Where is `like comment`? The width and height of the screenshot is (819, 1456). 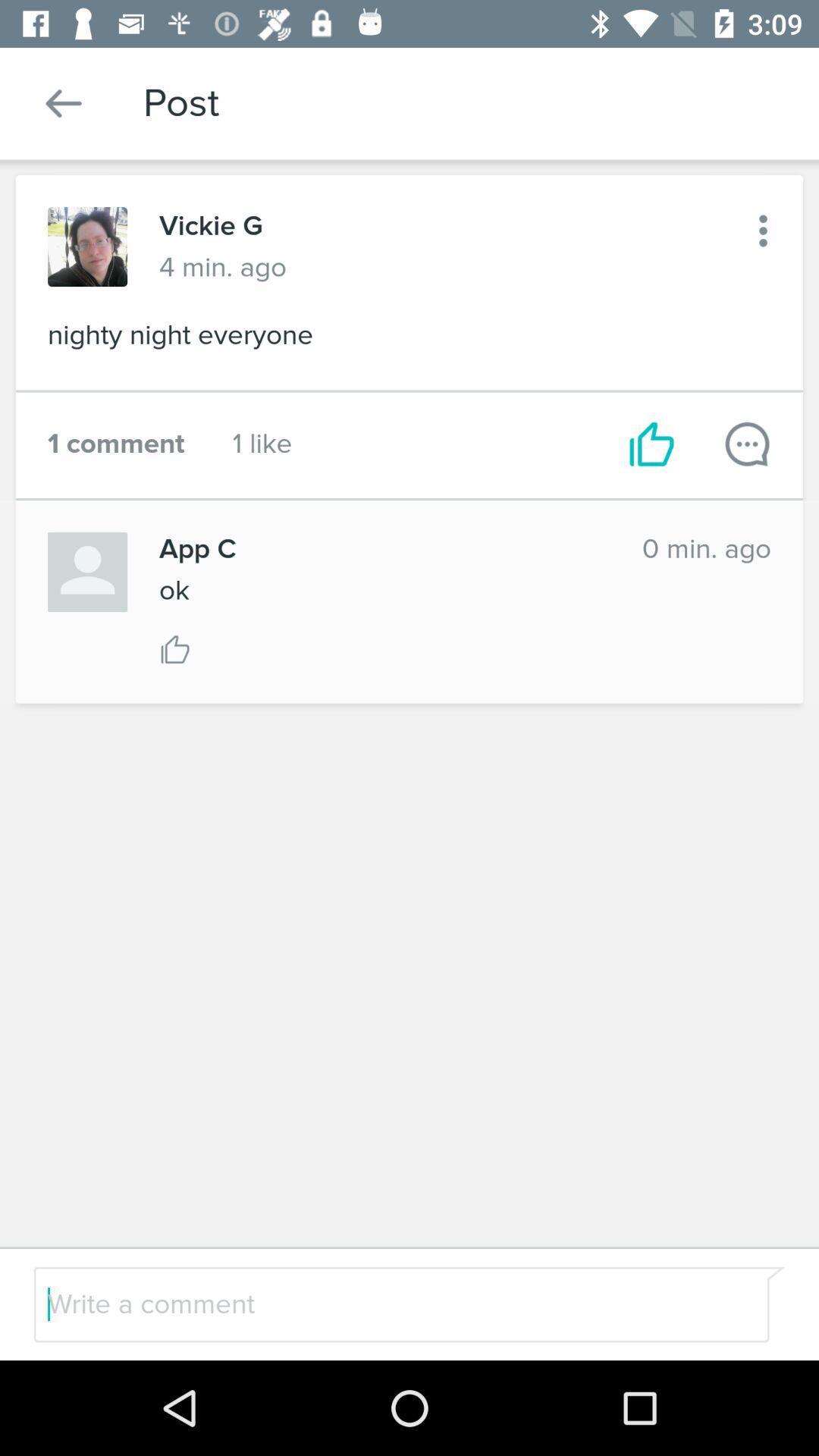 like comment is located at coordinates (174, 649).